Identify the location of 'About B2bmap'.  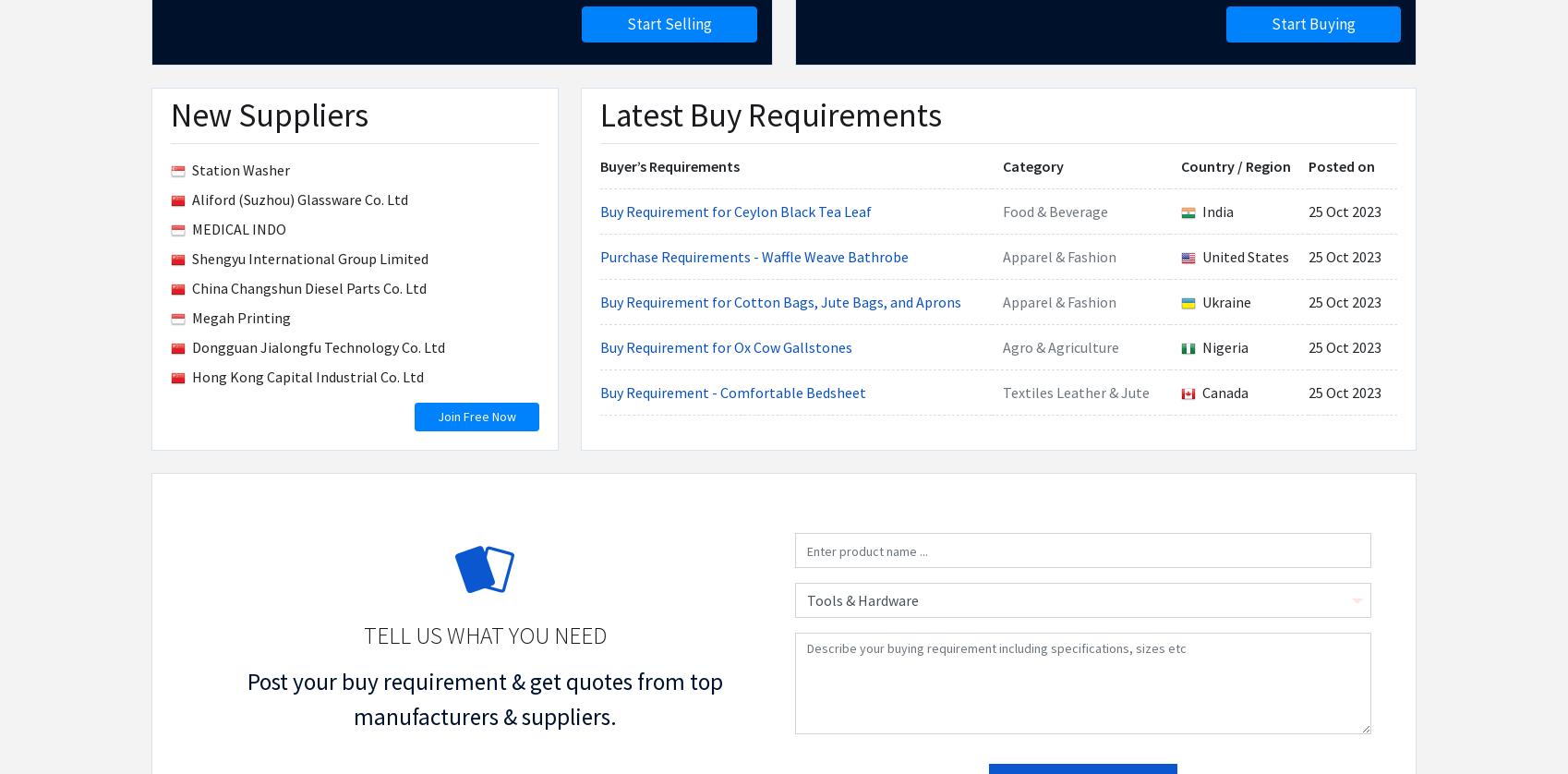
(190, 67).